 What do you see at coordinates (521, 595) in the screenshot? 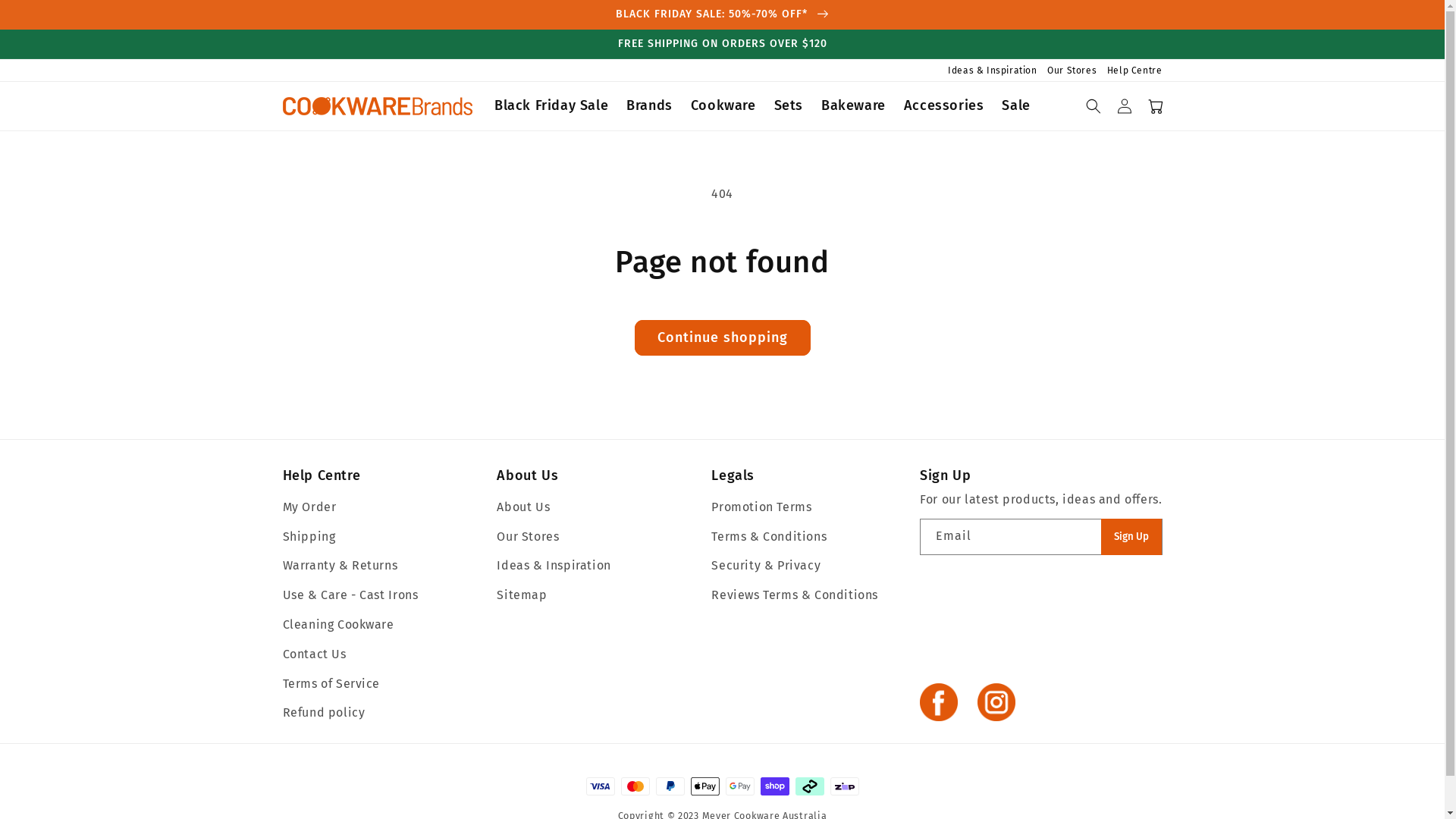
I see `'Sitemap'` at bounding box center [521, 595].